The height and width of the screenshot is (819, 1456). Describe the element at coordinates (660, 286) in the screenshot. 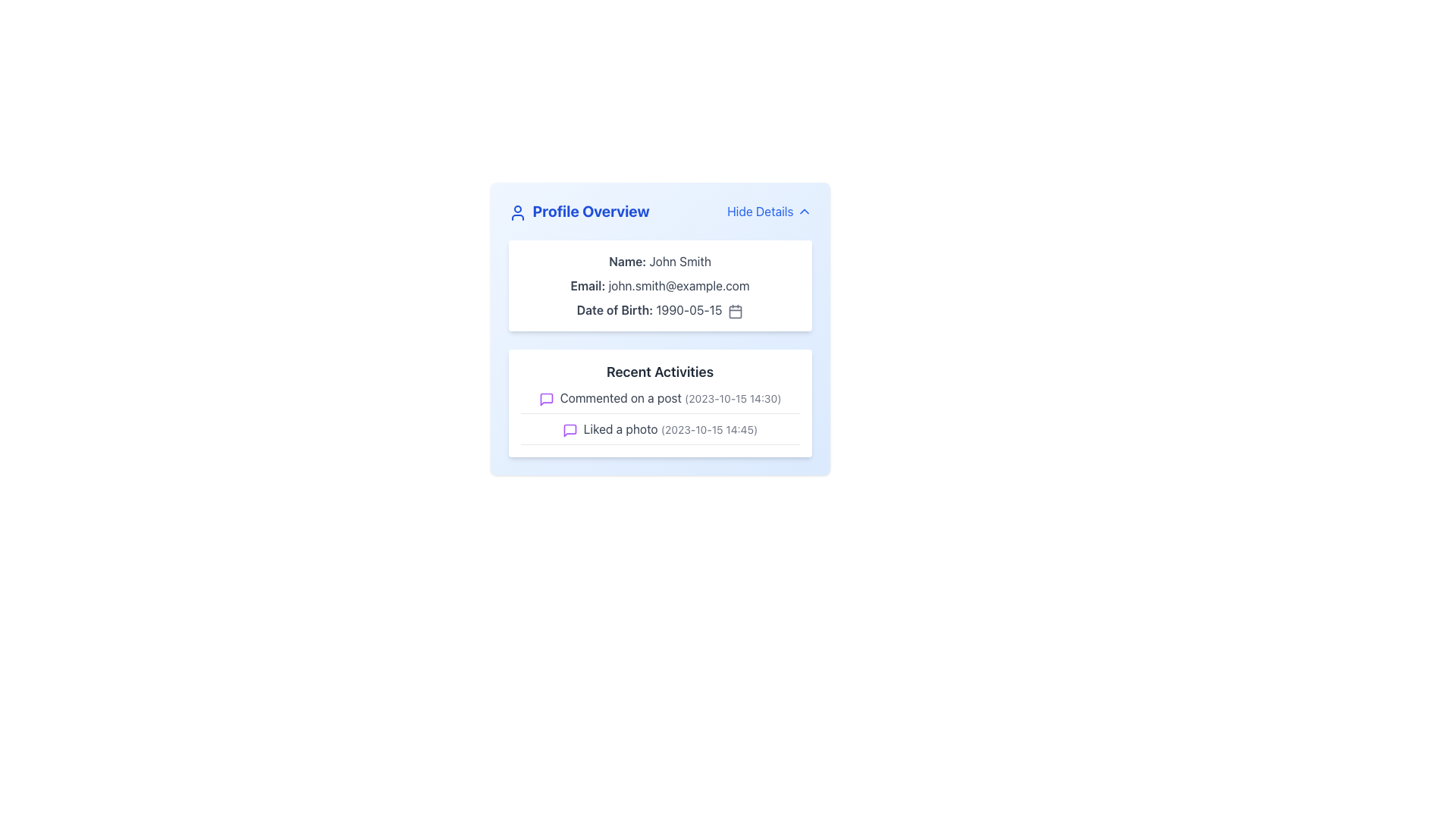

I see `the Text Display element in the user profile card that shows 'Email: john.smith@example.com'` at that location.